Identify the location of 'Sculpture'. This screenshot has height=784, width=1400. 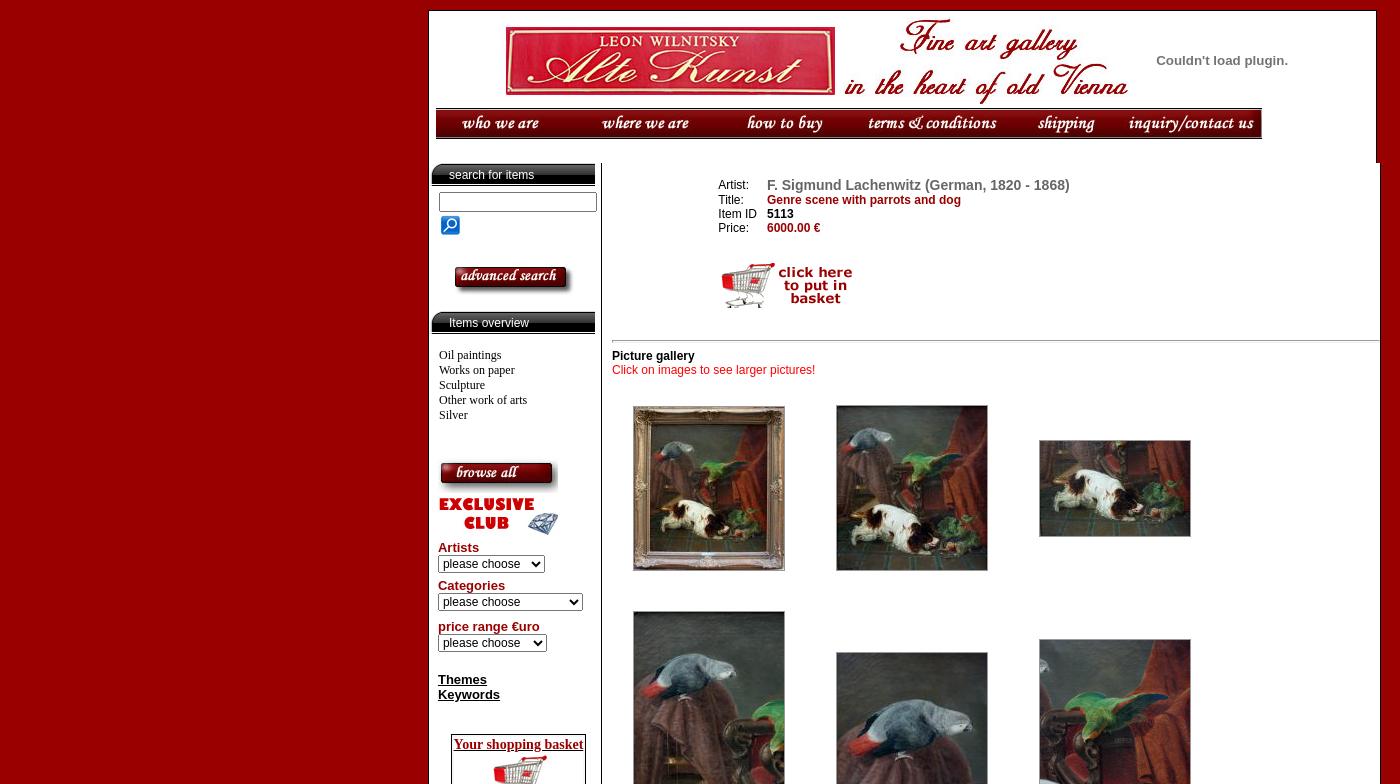
(461, 385).